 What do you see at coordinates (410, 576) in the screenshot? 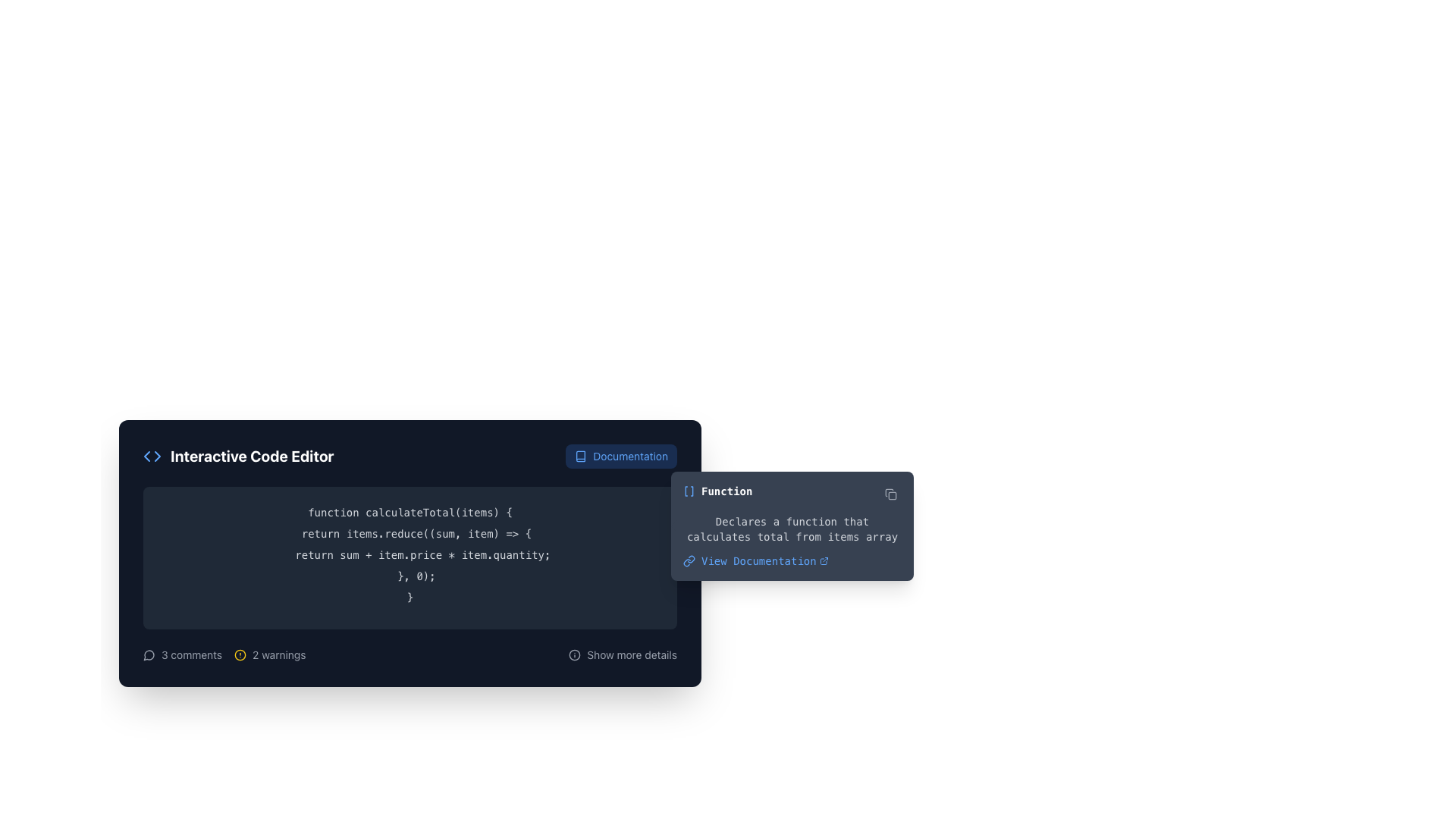
I see `the Text element representing the closing part of a JavaScript function in the code editor, positioned towards the bottom of the code block` at bounding box center [410, 576].